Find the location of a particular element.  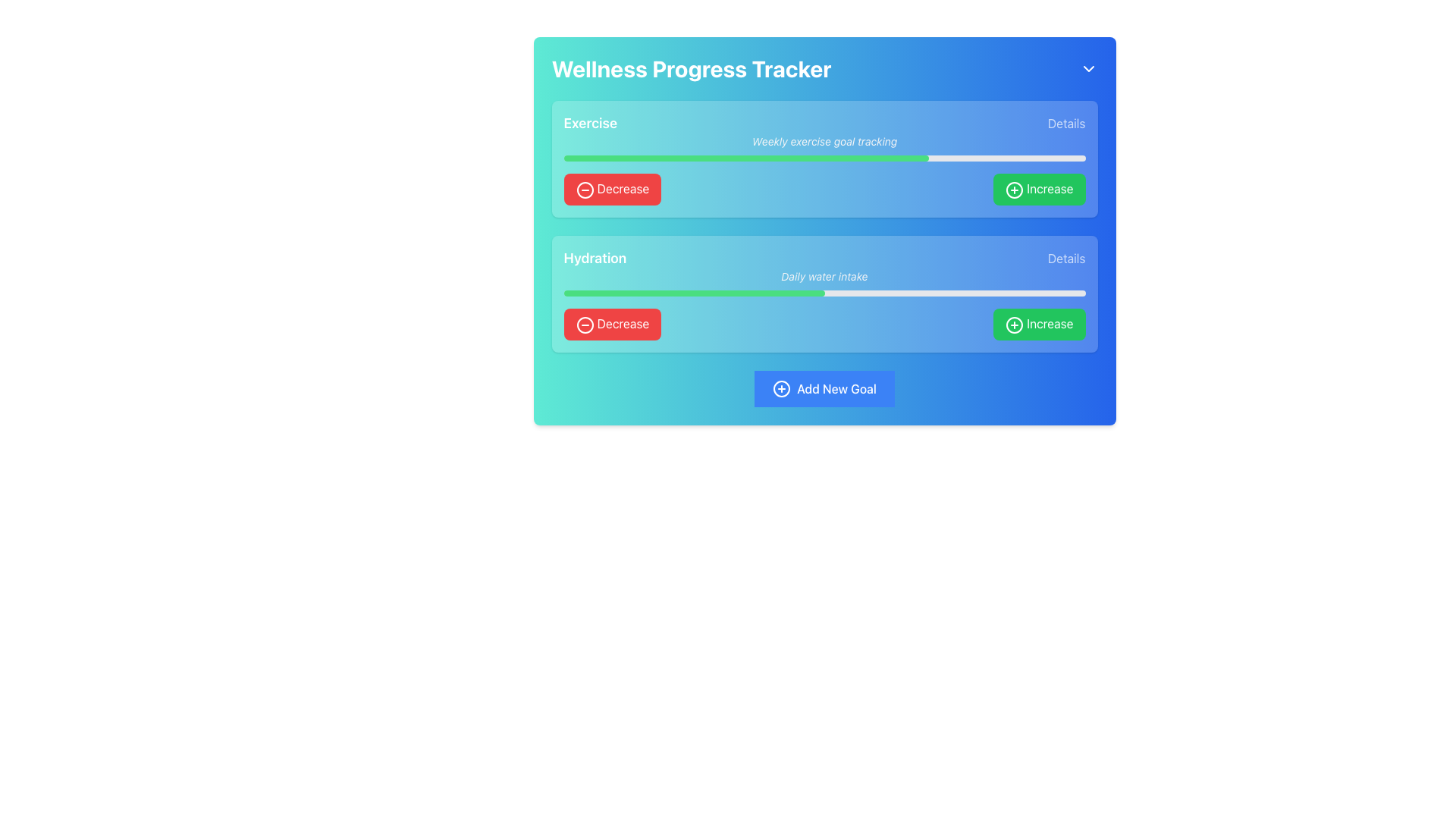

the 'Decrease' button with a vibrant red background and white text located in the 'Hydration' section is located at coordinates (612, 323).